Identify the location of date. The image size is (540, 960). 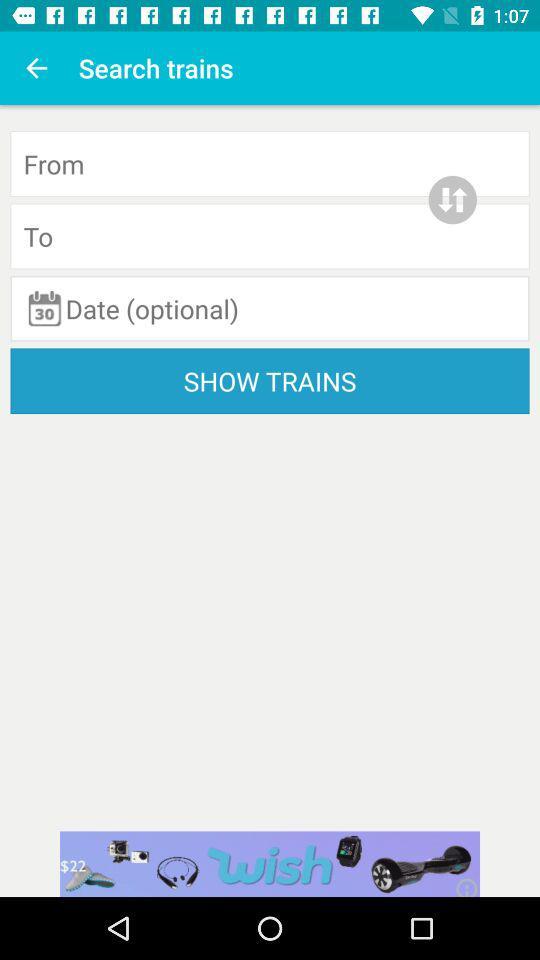
(270, 308).